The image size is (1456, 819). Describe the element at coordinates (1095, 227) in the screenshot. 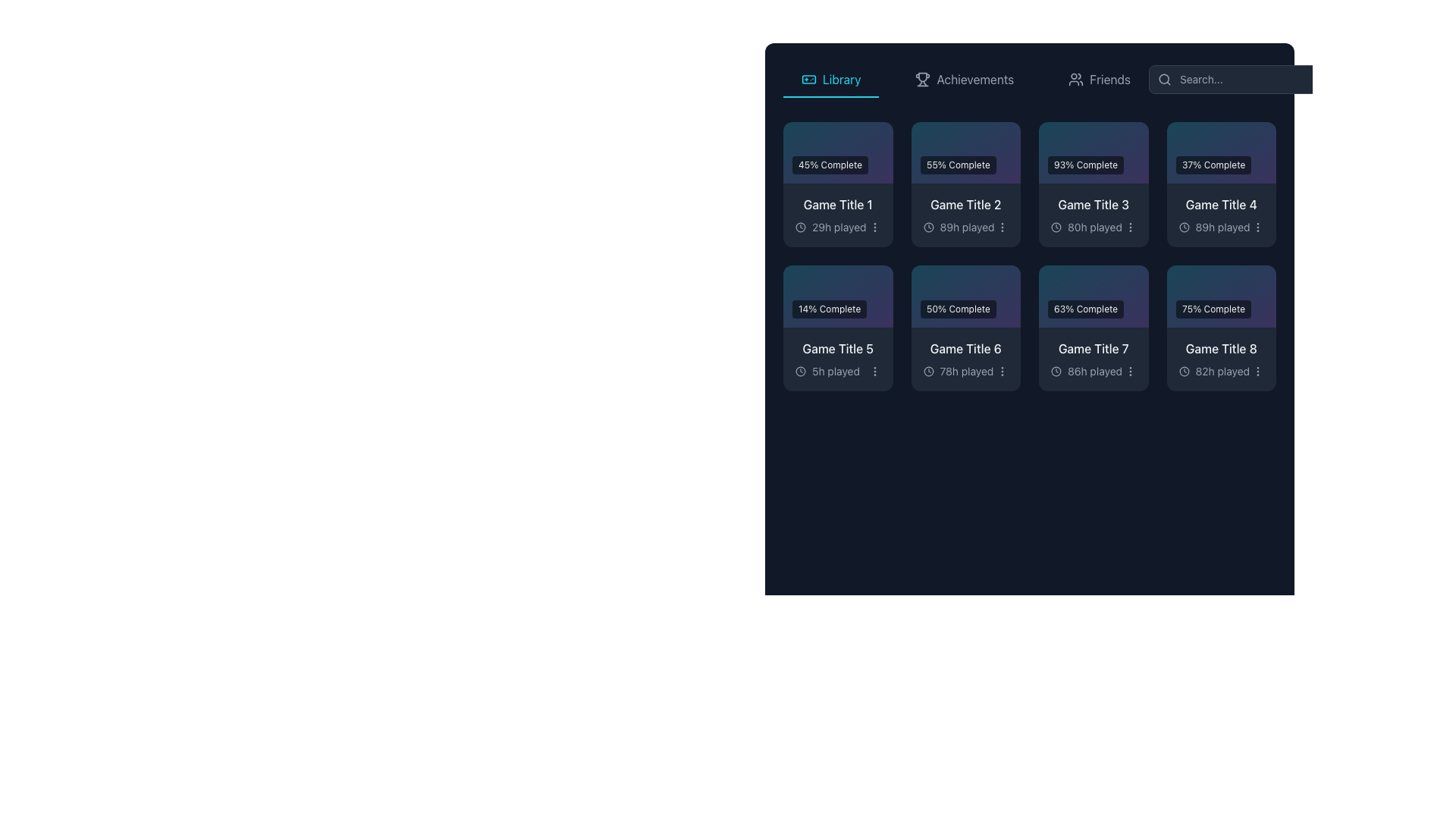

I see `text label that displays the amount of time played (80 hours) for 'Game Title 3' located in the Library section, positioned to the right of the clock icon` at that location.